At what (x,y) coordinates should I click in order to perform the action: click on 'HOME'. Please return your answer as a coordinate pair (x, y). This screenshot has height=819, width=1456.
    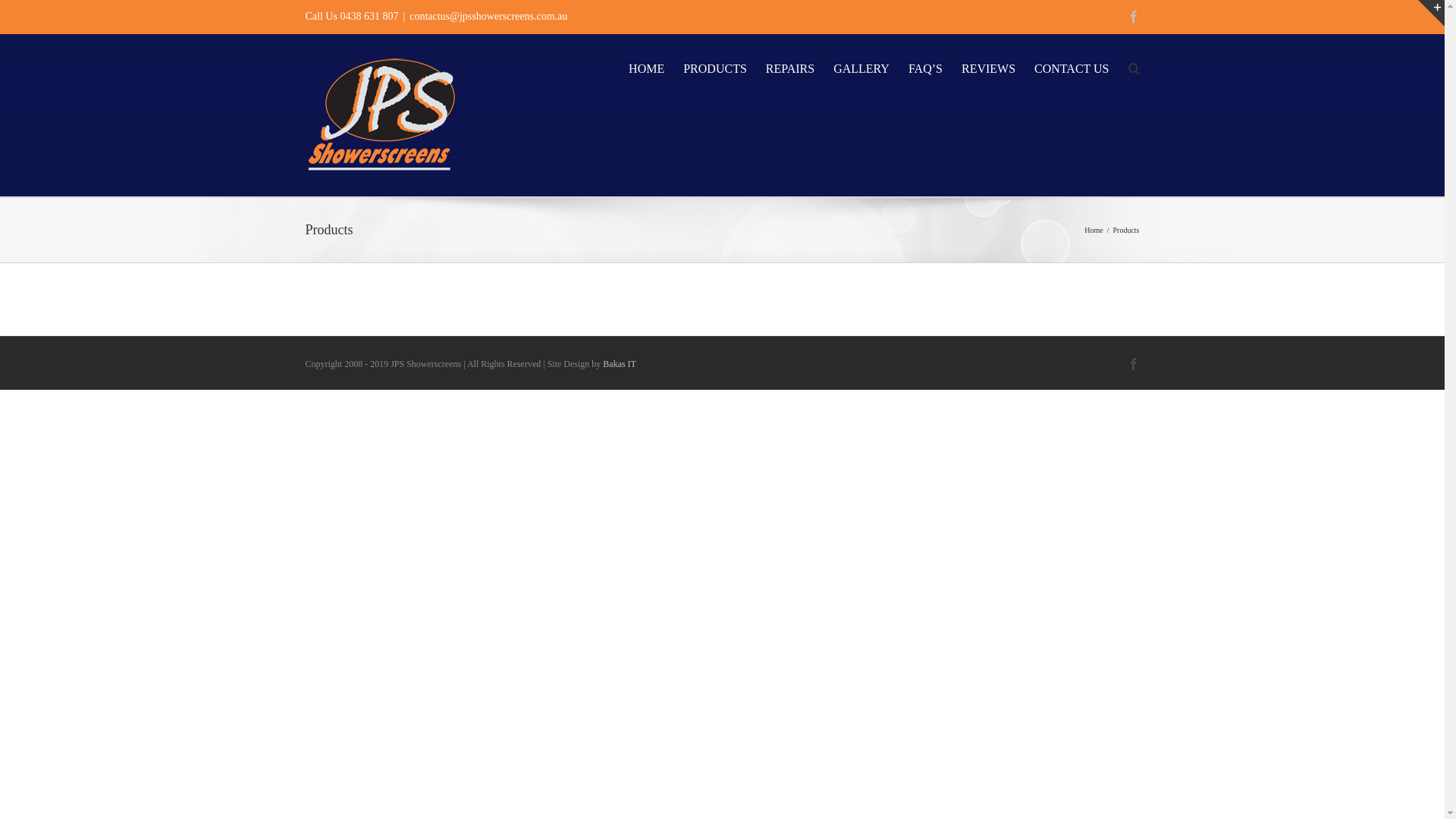
    Looking at the image, I should click on (646, 66).